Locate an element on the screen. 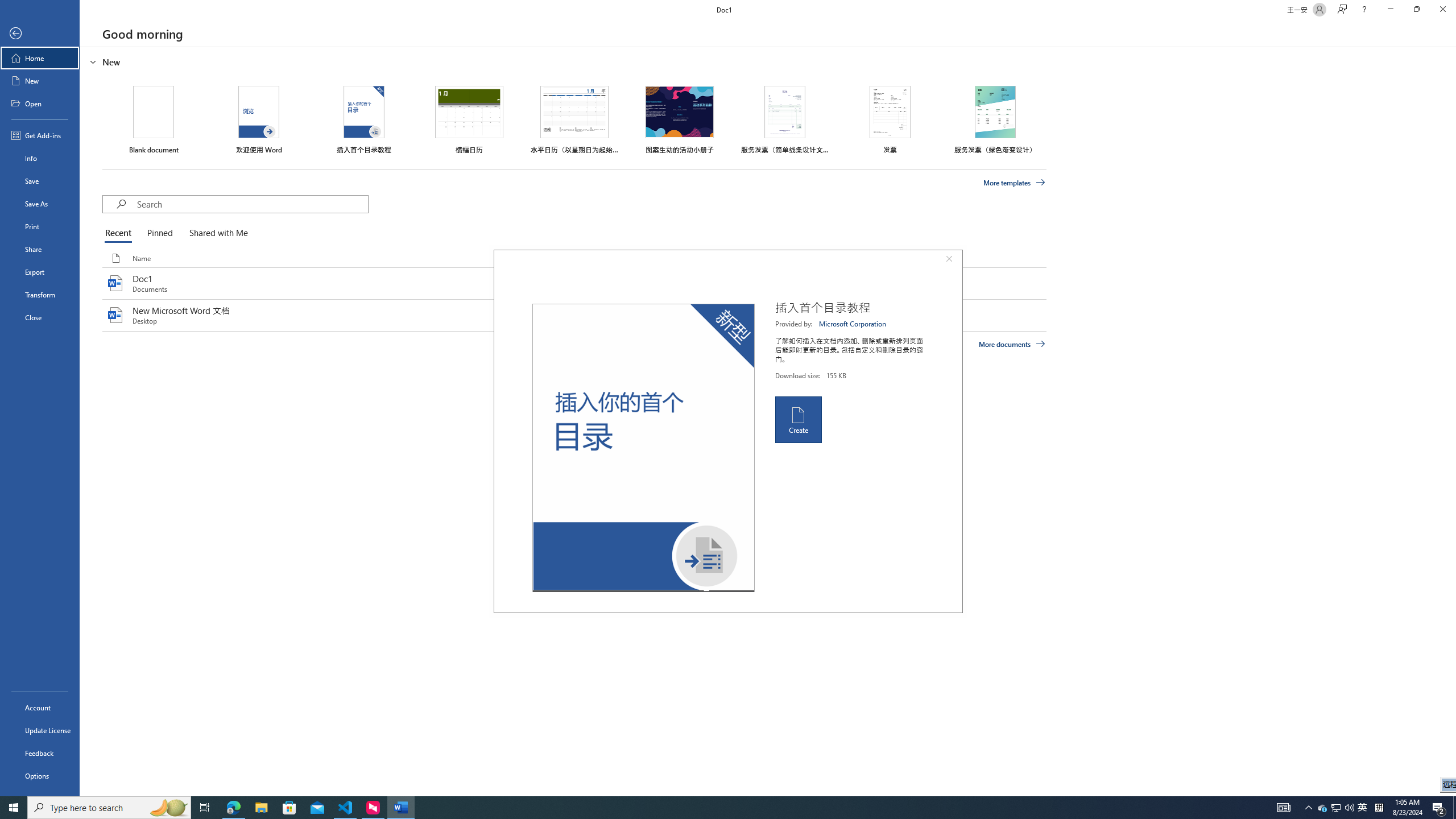  'Restore Down' is located at coordinates (1416, 9).